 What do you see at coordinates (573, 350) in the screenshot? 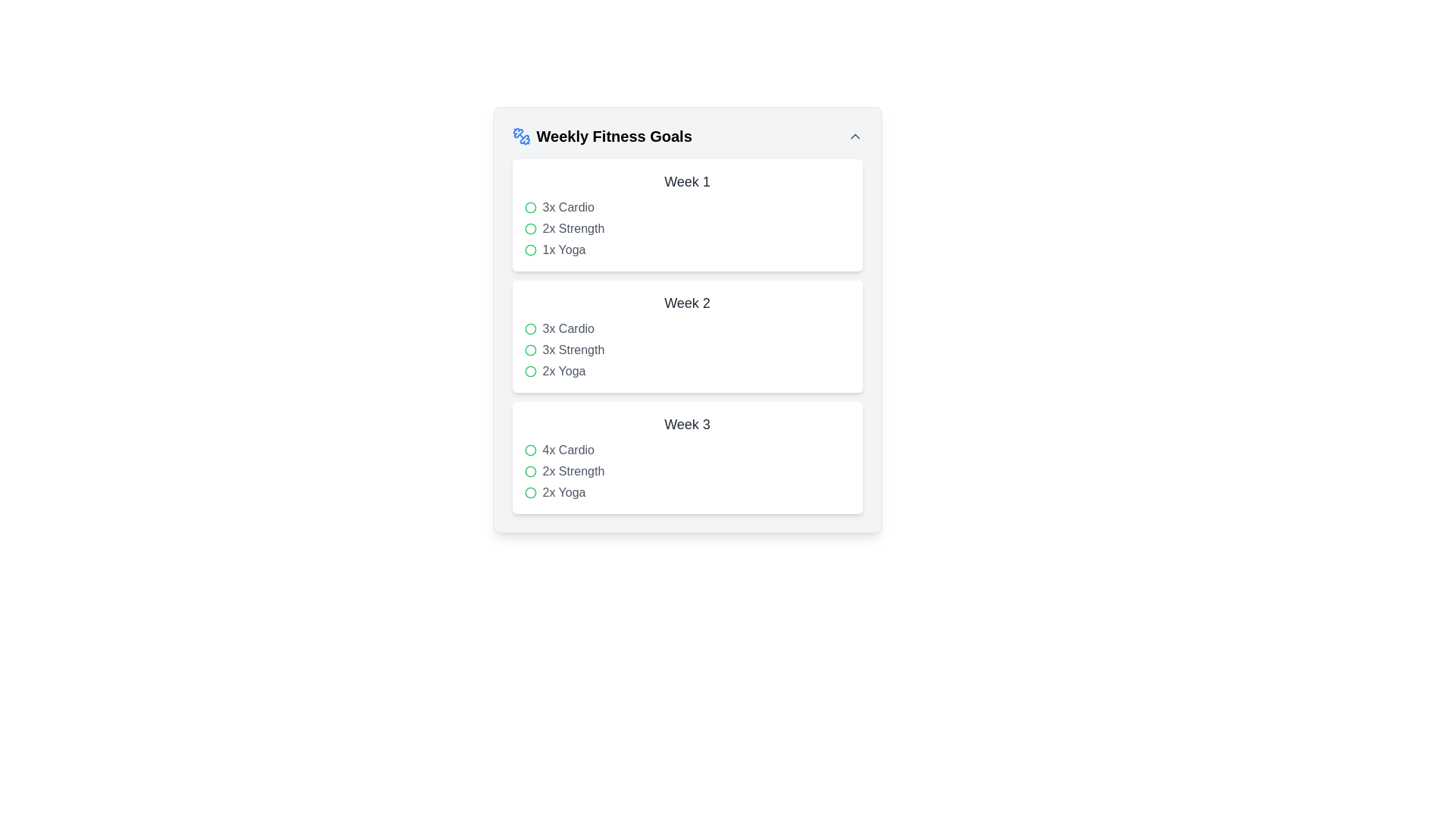
I see `the fitness goal text label that specifies the type and frequency of the activity, located in the 'Weekly Fitness Goals' section under 'Week 2', positioned as the second entry in the list` at bounding box center [573, 350].